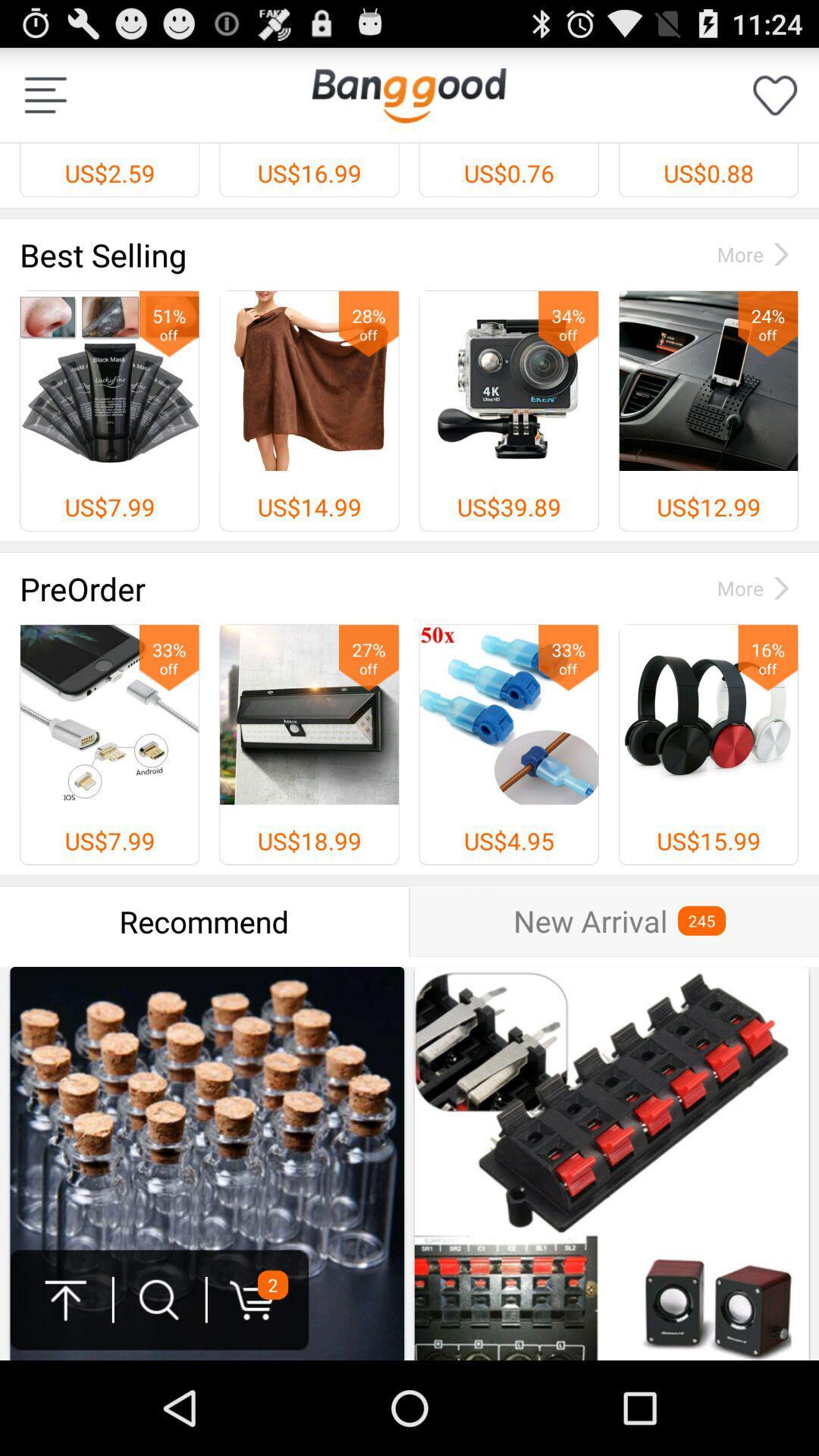 This screenshot has width=819, height=1456. I want to click on switch to homepage, so click(408, 94).